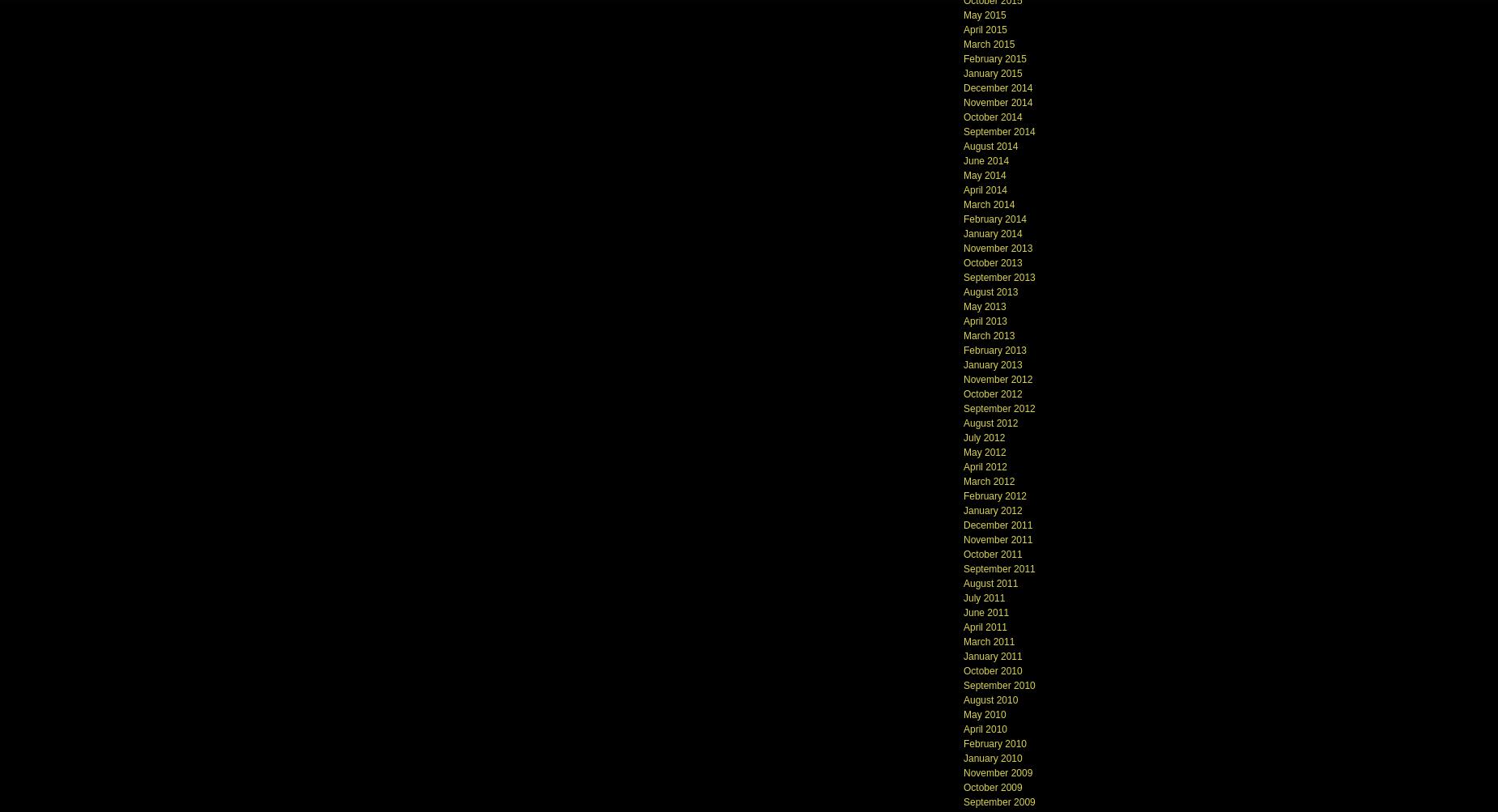  What do you see at coordinates (984, 714) in the screenshot?
I see `'May 2010'` at bounding box center [984, 714].